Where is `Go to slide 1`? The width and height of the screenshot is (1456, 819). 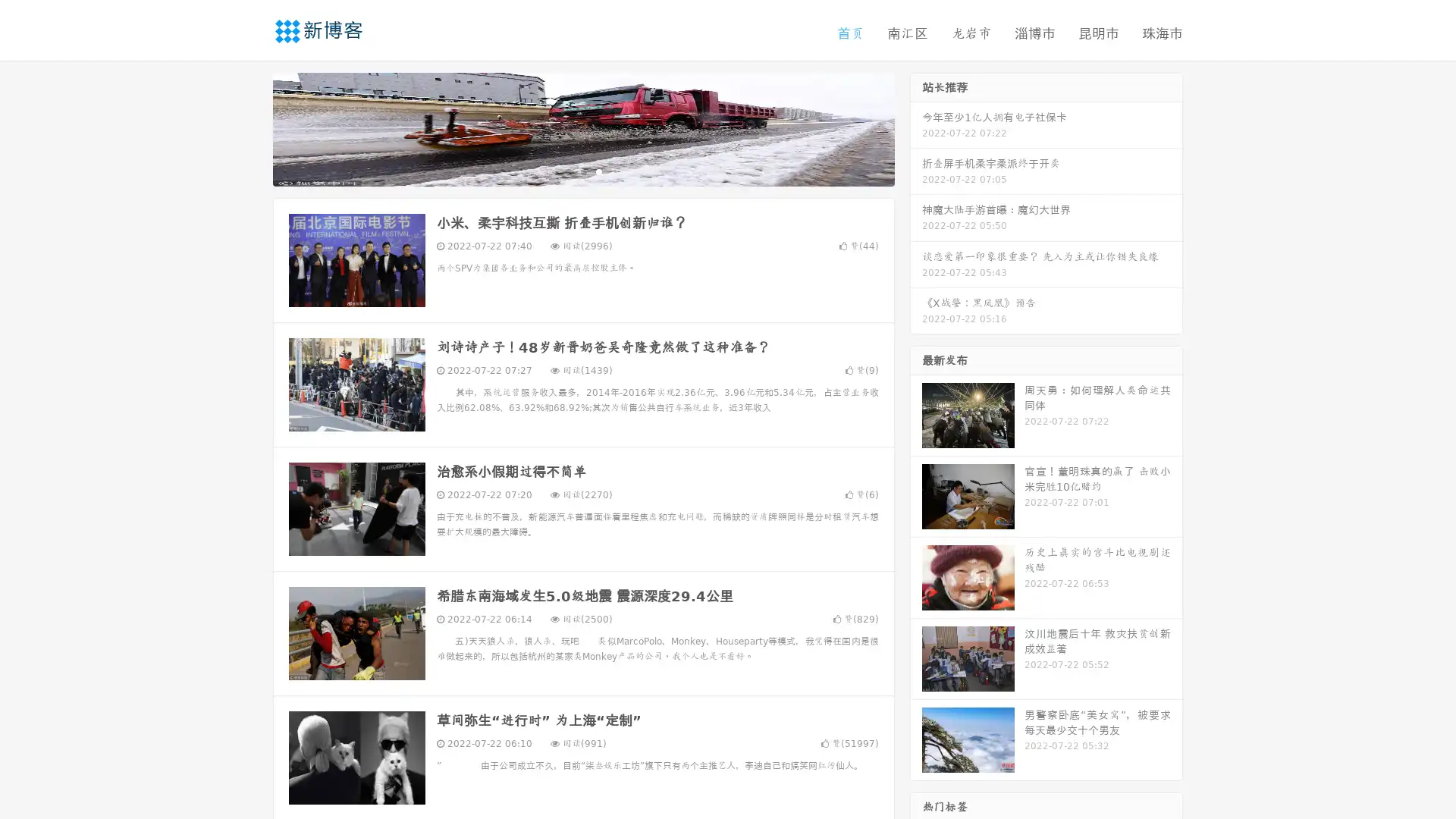 Go to slide 1 is located at coordinates (567, 171).